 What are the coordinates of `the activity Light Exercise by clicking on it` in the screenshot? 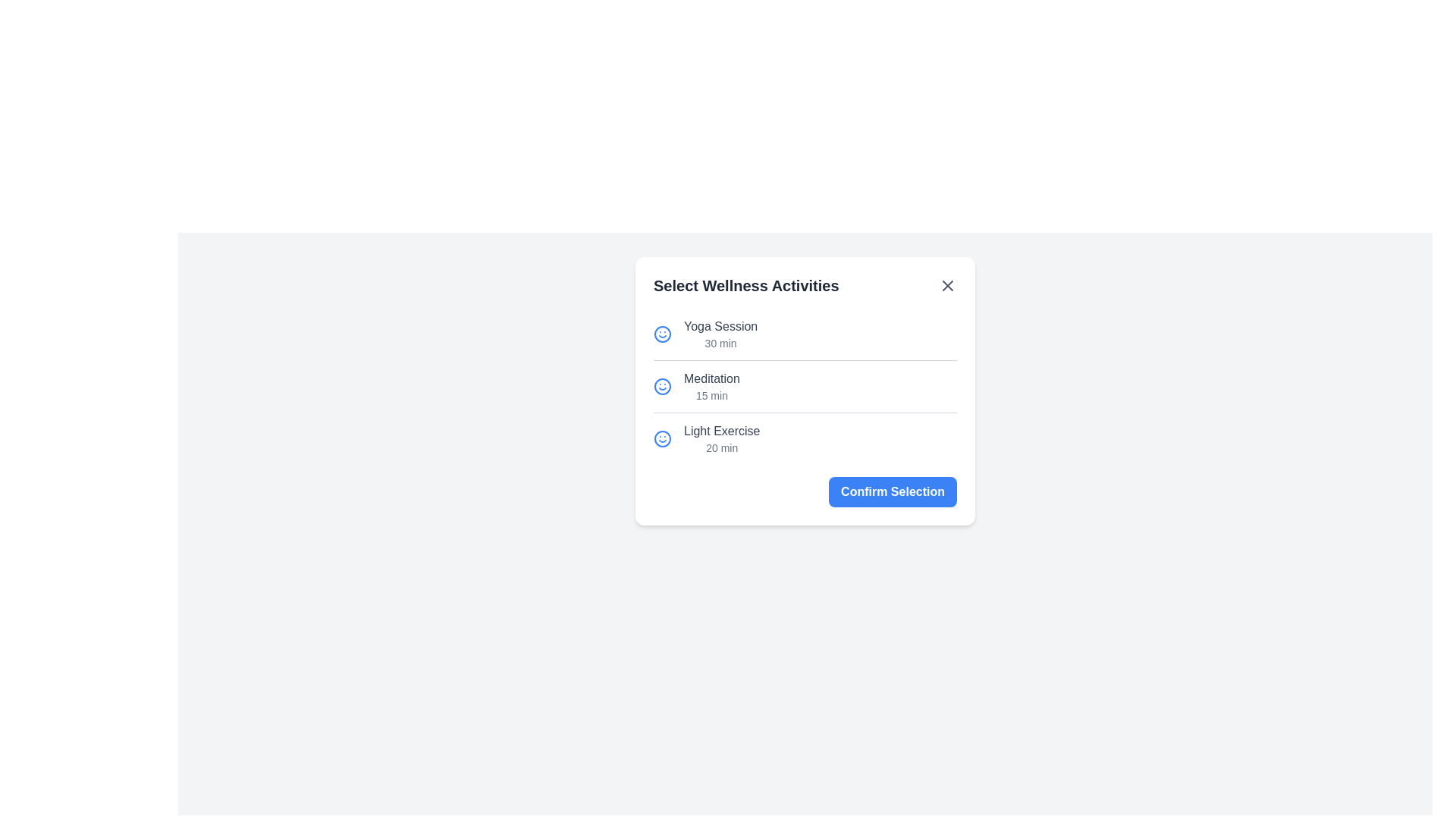 It's located at (804, 438).